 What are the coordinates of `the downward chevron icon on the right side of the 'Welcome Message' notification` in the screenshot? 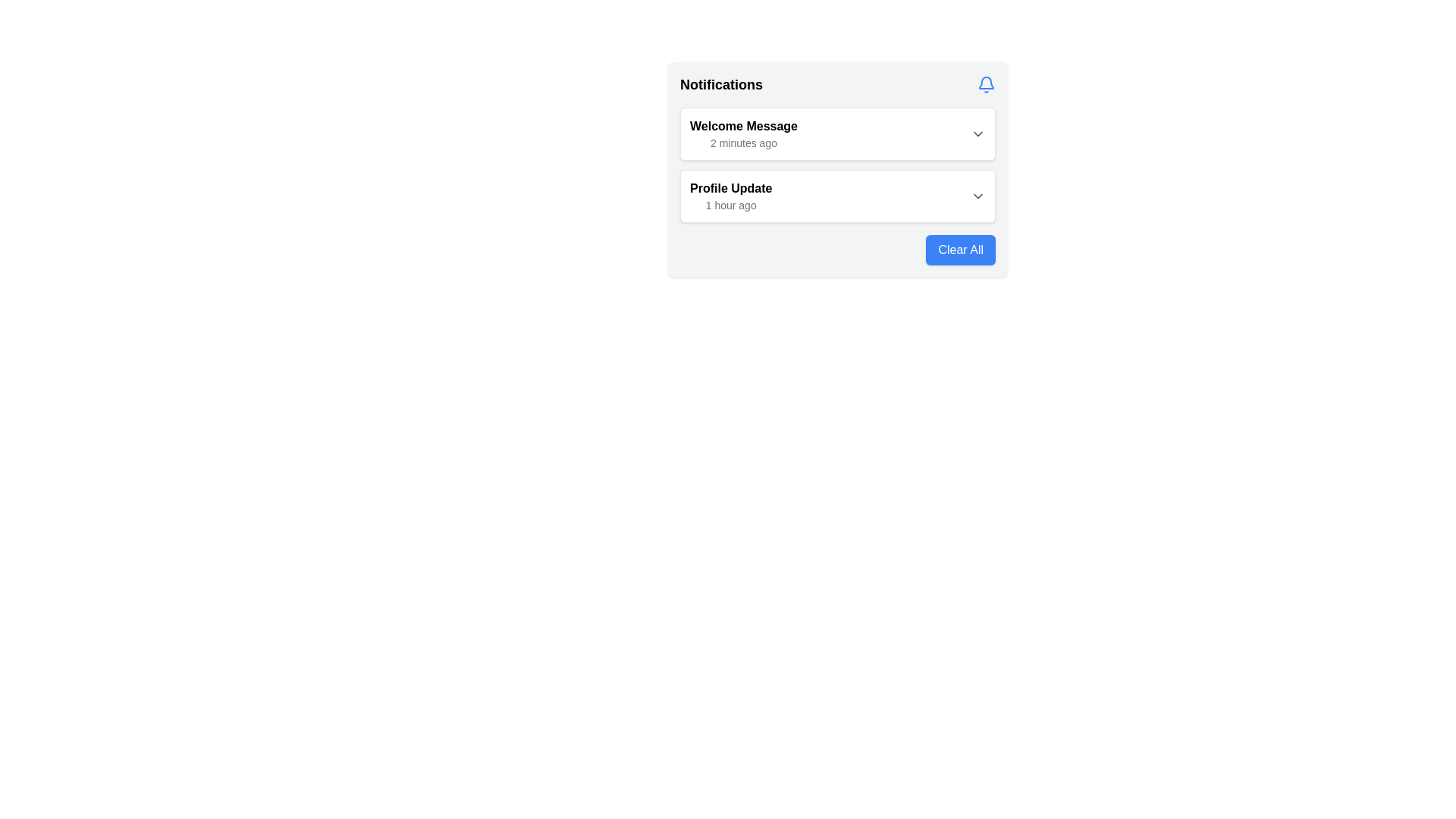 It's located at (978, 133).